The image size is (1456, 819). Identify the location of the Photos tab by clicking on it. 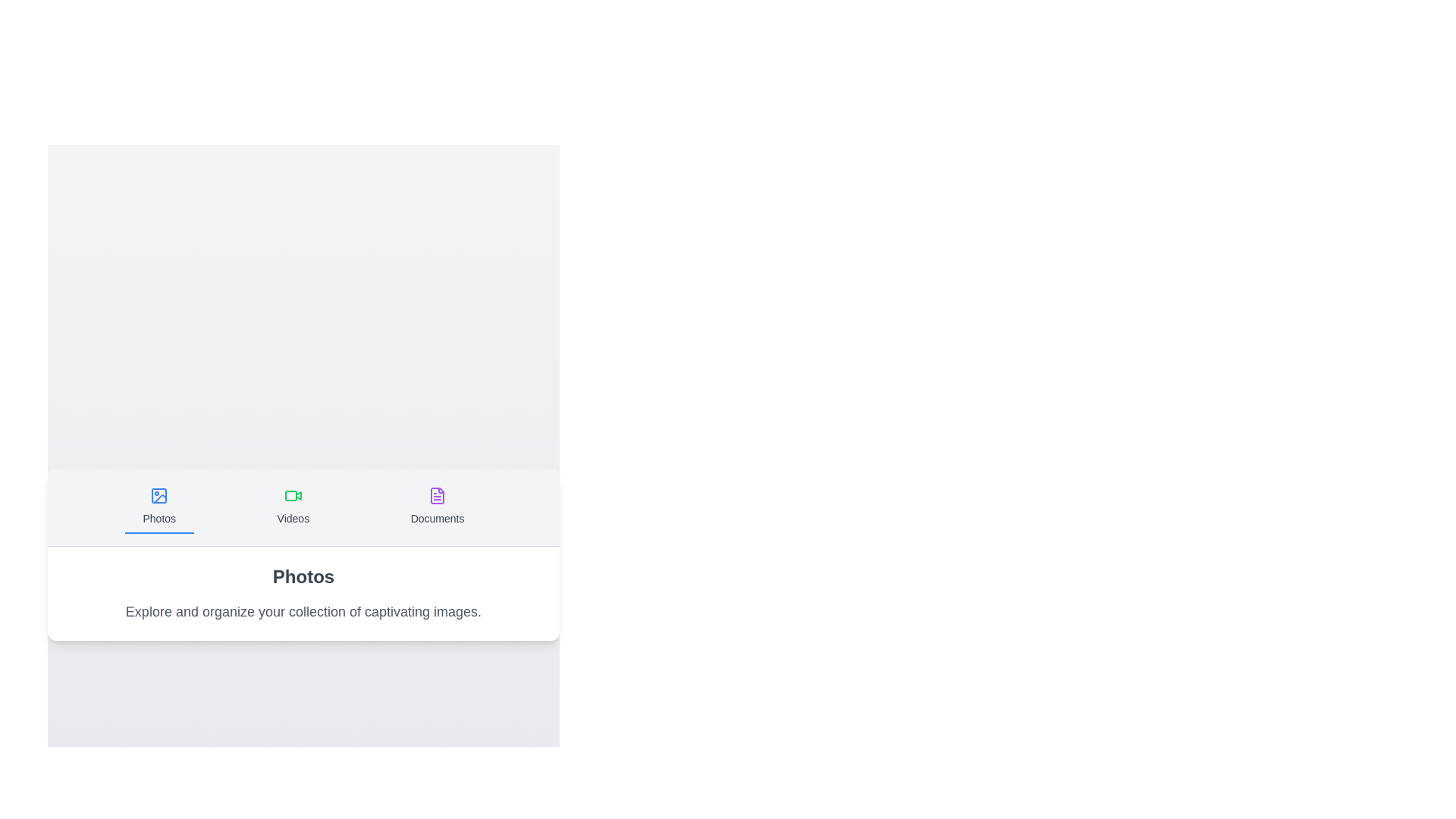
(159, 506).